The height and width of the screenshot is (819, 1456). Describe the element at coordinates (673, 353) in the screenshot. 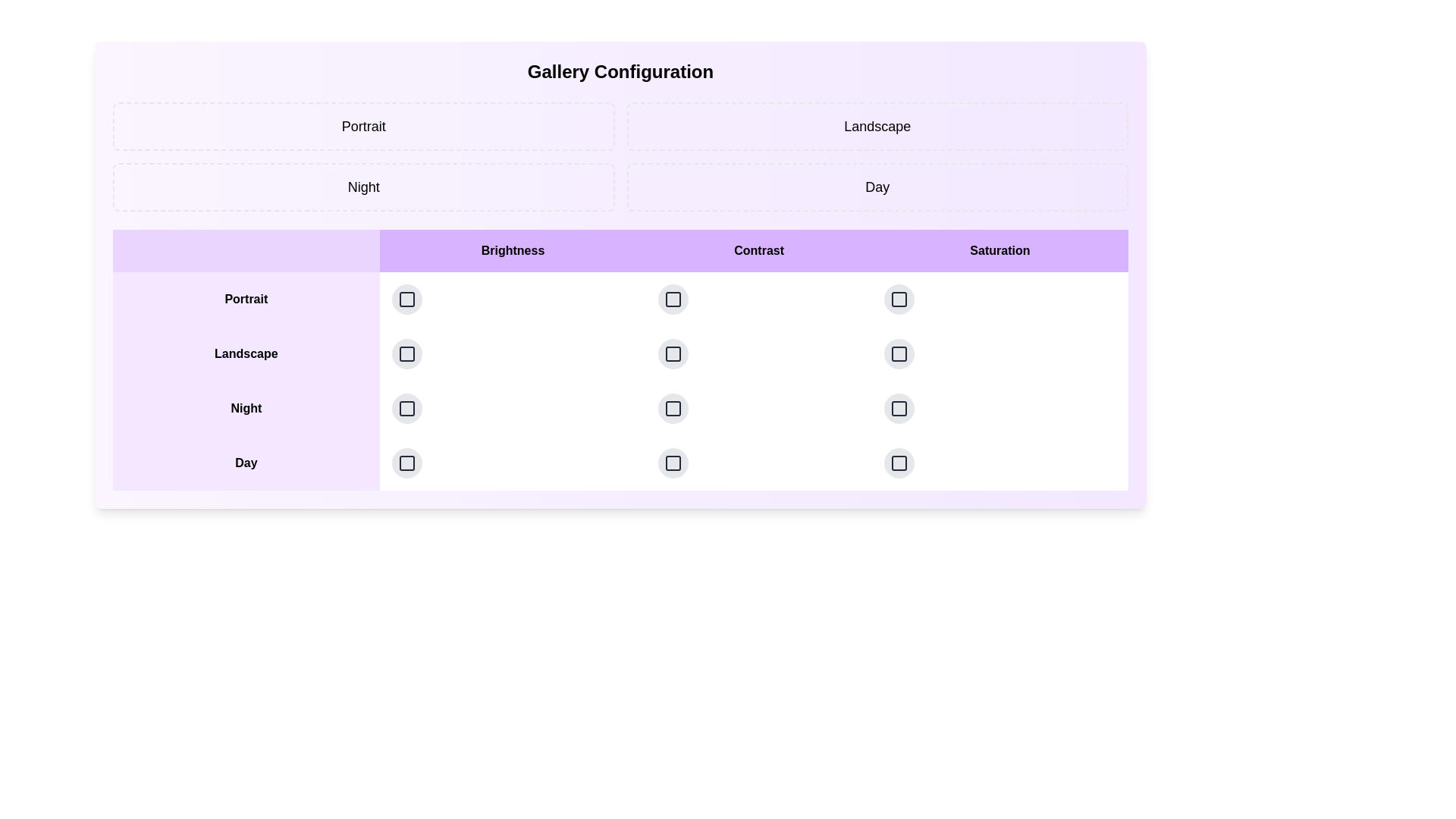

I see `the small, square-shaped icon under the 'Contrast' header in the second column and third row labeled 'Night'` at that location.